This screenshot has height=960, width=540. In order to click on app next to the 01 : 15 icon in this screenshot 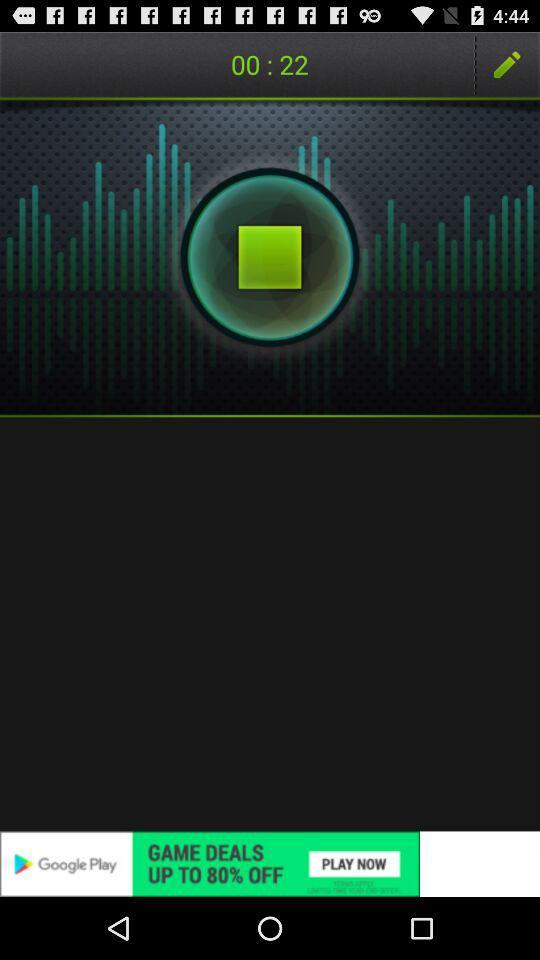, I will do `click(507, 64)`.